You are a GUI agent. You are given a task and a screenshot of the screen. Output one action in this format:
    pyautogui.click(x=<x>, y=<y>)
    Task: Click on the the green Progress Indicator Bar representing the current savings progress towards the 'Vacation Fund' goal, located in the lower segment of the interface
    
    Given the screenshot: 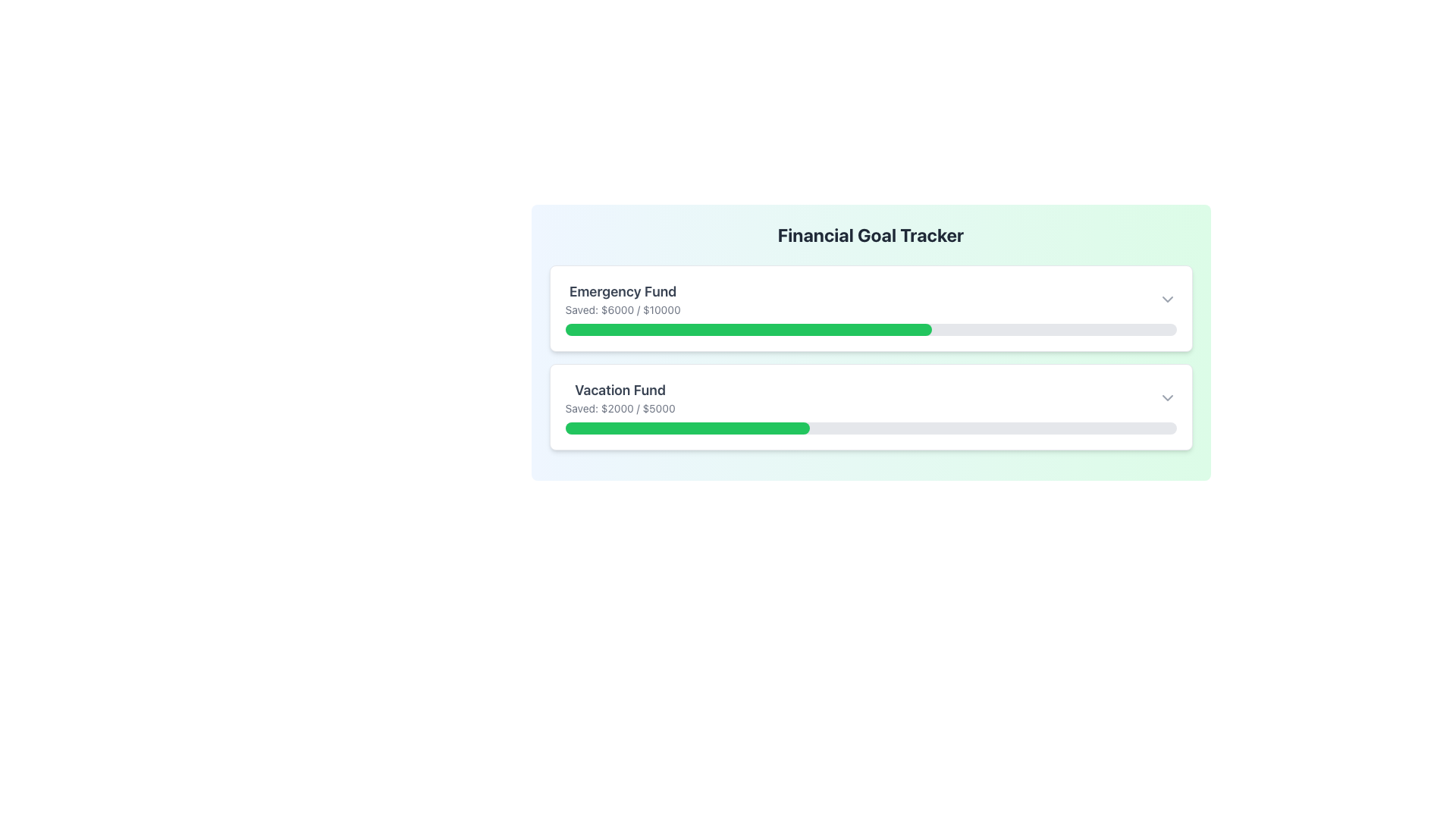 What is the action you would take?
    pyautogui.click(x=686, y=428)
    